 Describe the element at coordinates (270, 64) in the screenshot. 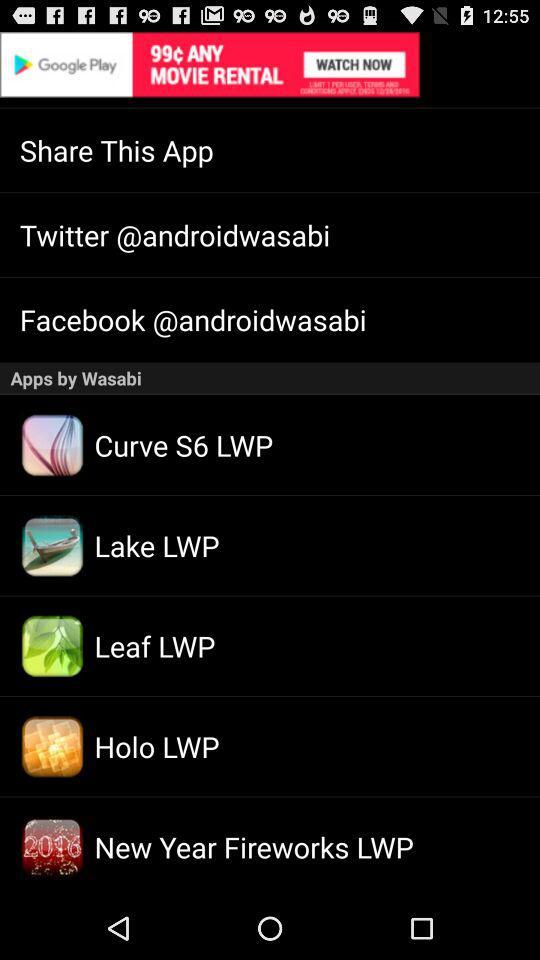

I see `connect to advertisement` at that location.